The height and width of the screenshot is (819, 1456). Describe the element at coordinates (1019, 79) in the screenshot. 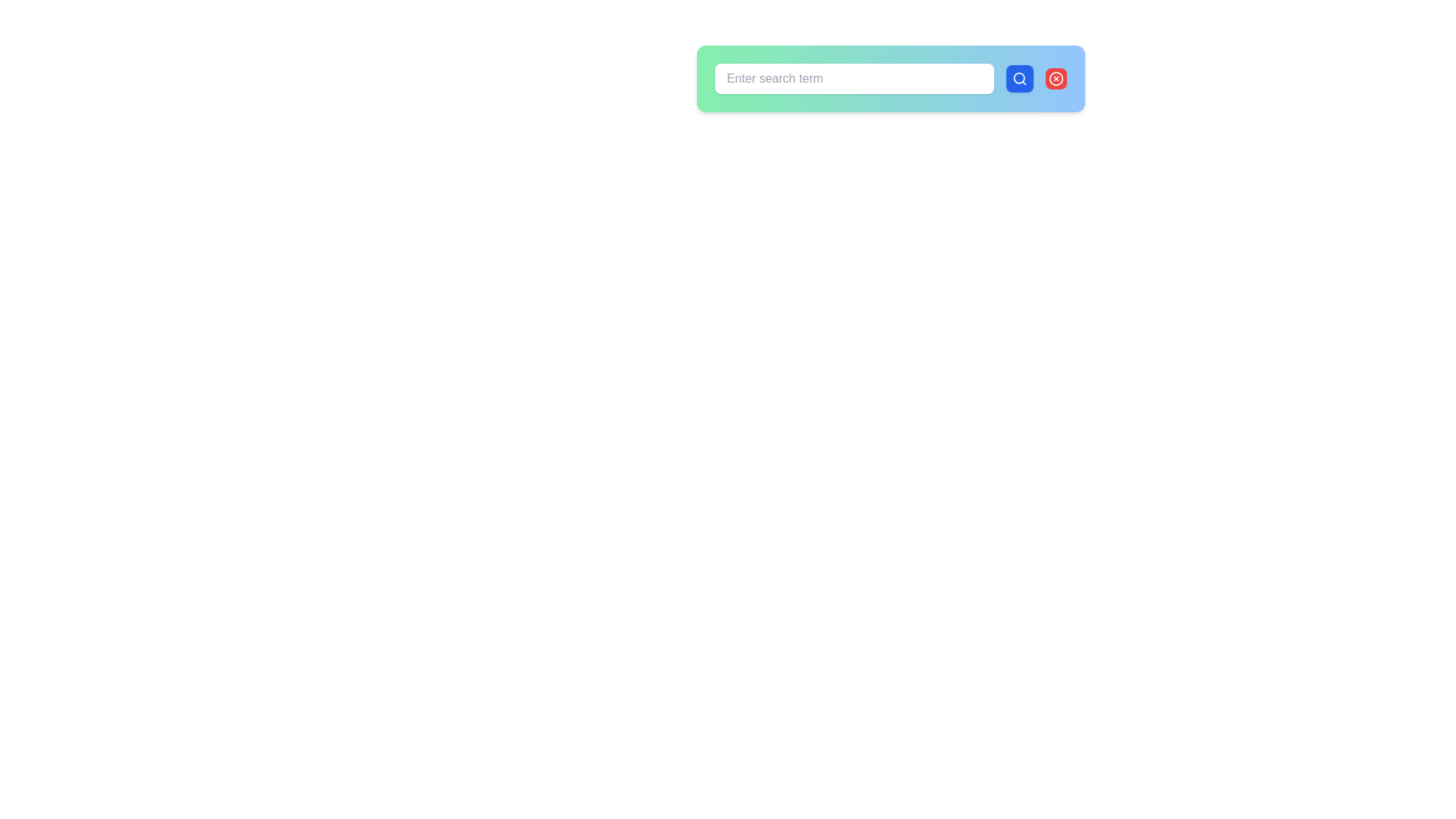

I see `the search button located between the input field on the far left and the red button on the right to initiate a search operation` at that location.